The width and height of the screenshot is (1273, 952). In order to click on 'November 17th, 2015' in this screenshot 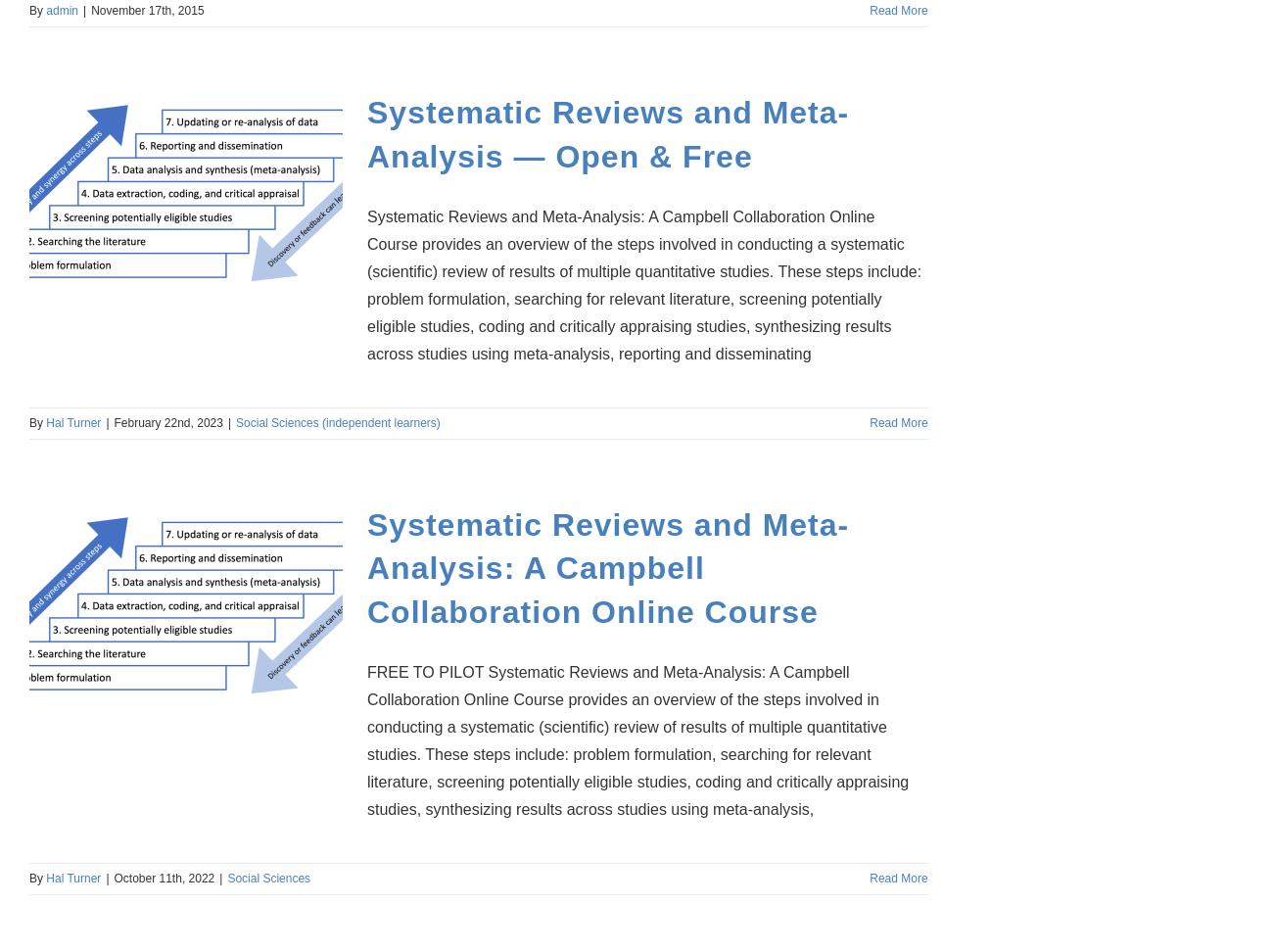, I will do `click(146, 10)`.